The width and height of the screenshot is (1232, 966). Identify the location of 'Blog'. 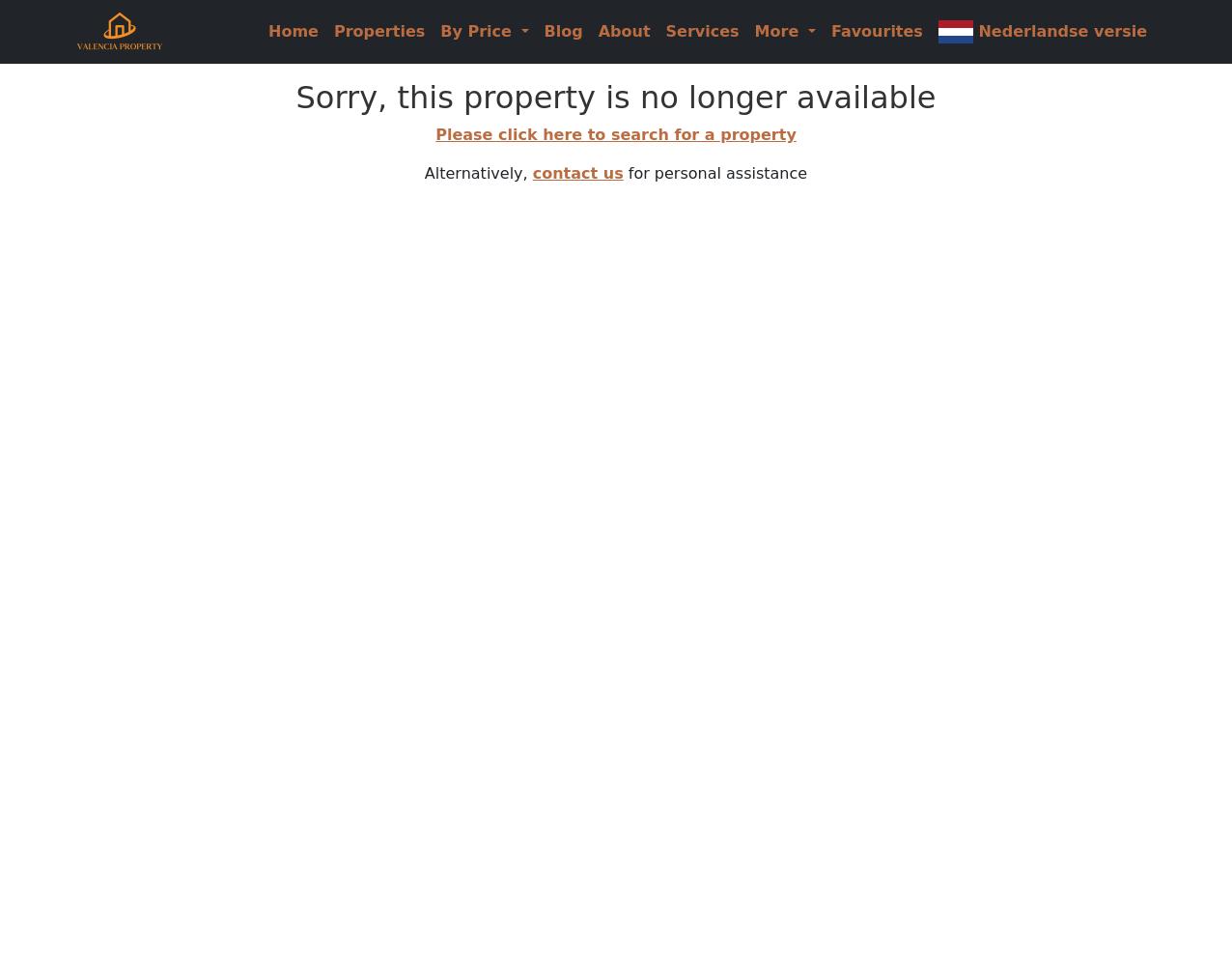
(543, 30).